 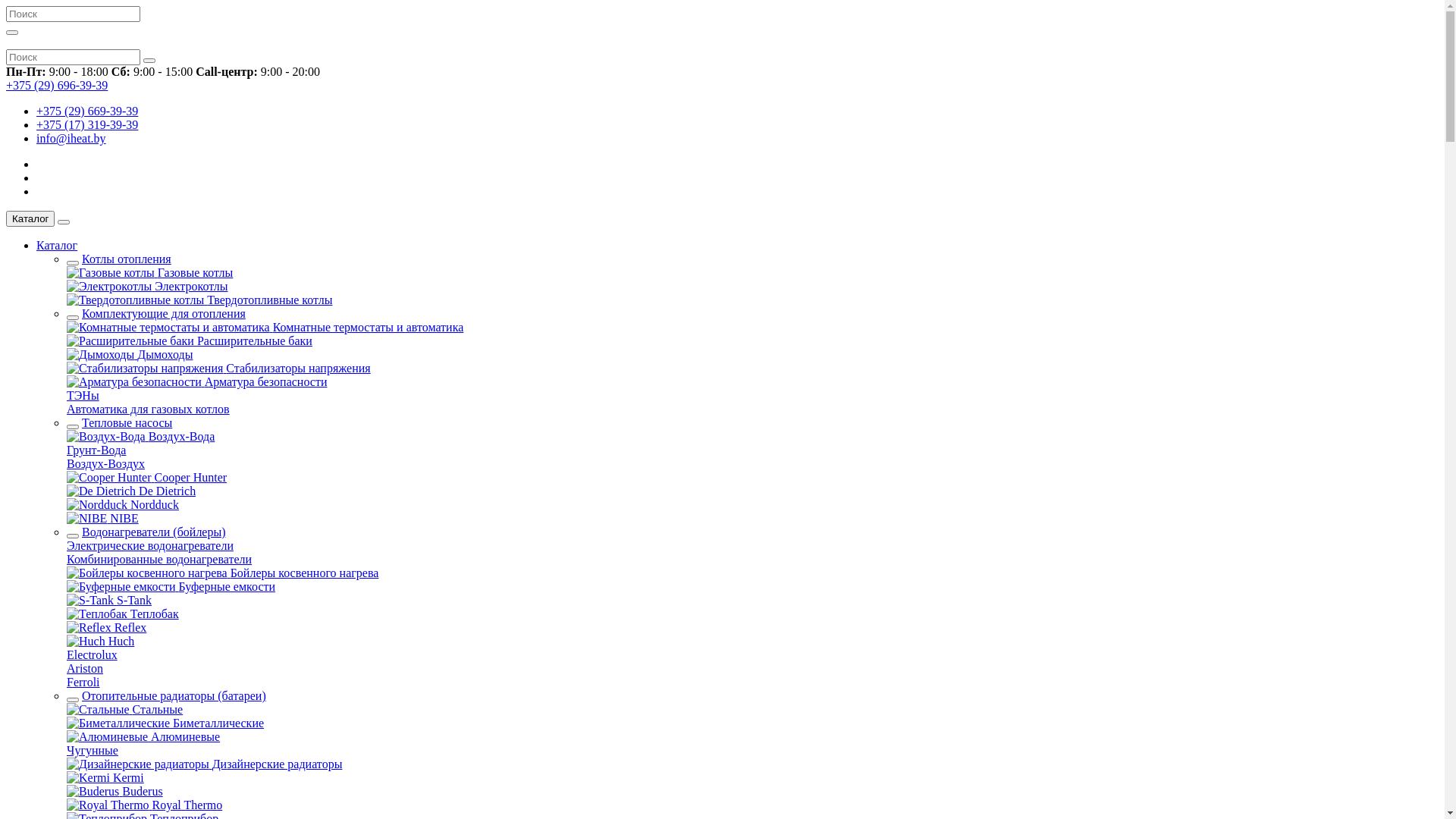 What do you see at coordinates (86, 124) in the screenshot?
I see `'+375 (17) 319-39-39'` at bounding box center [86, 124].